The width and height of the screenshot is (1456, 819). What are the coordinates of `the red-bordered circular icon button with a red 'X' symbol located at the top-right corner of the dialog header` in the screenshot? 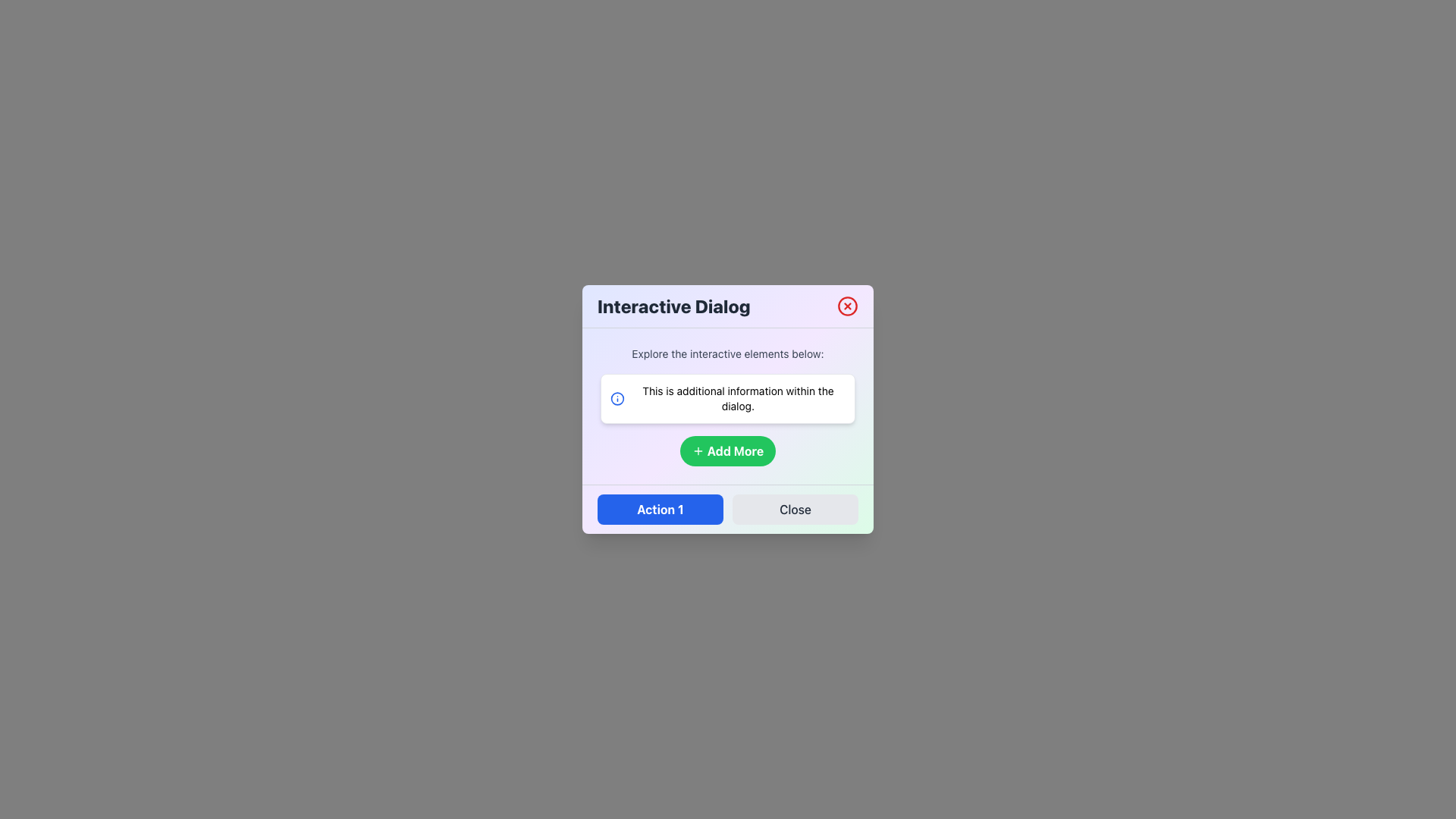 It's located at (847, 306).